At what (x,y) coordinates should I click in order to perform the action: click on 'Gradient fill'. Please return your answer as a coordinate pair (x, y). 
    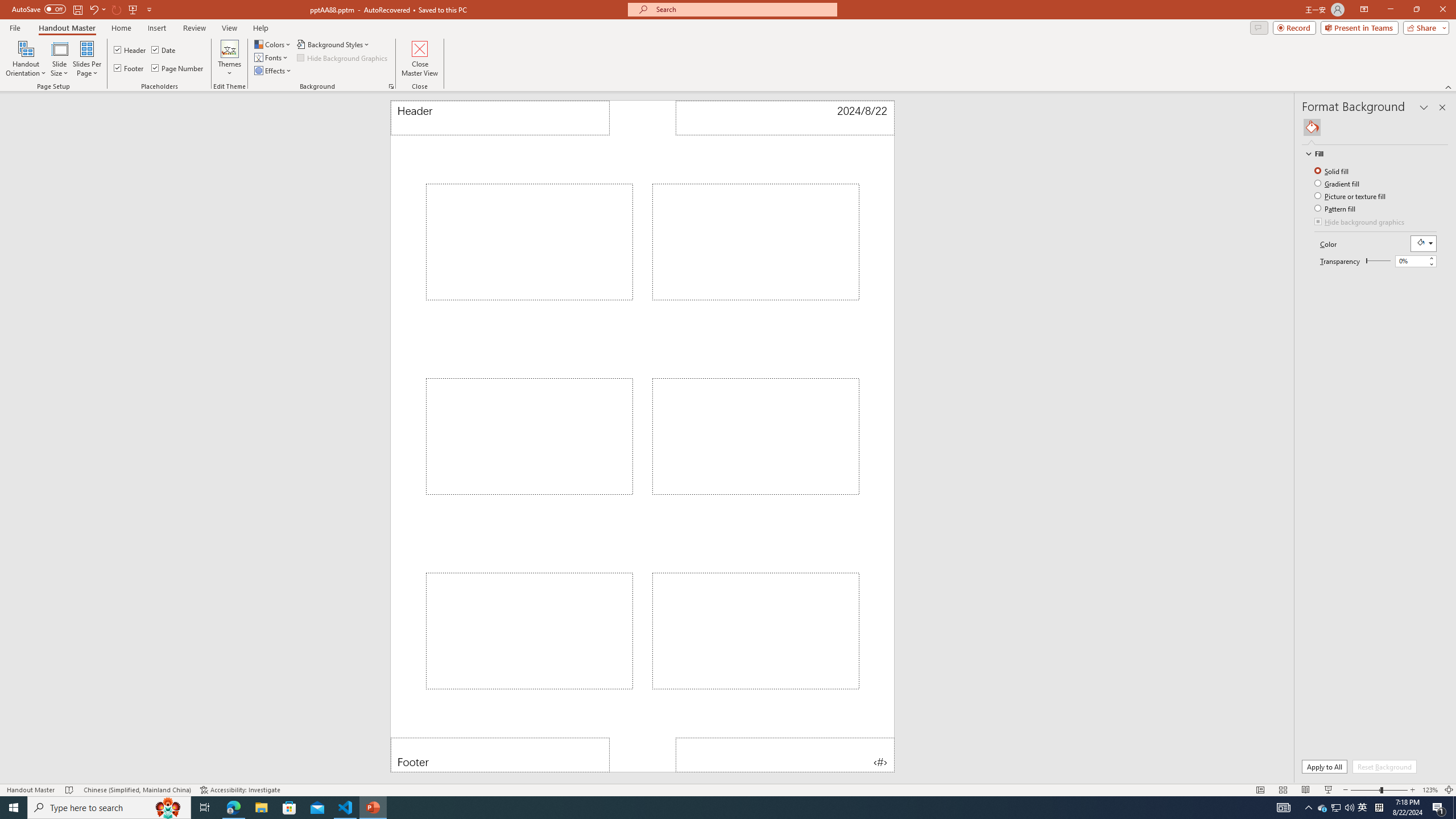
    Looking at the image, I should click on (1338, 183).